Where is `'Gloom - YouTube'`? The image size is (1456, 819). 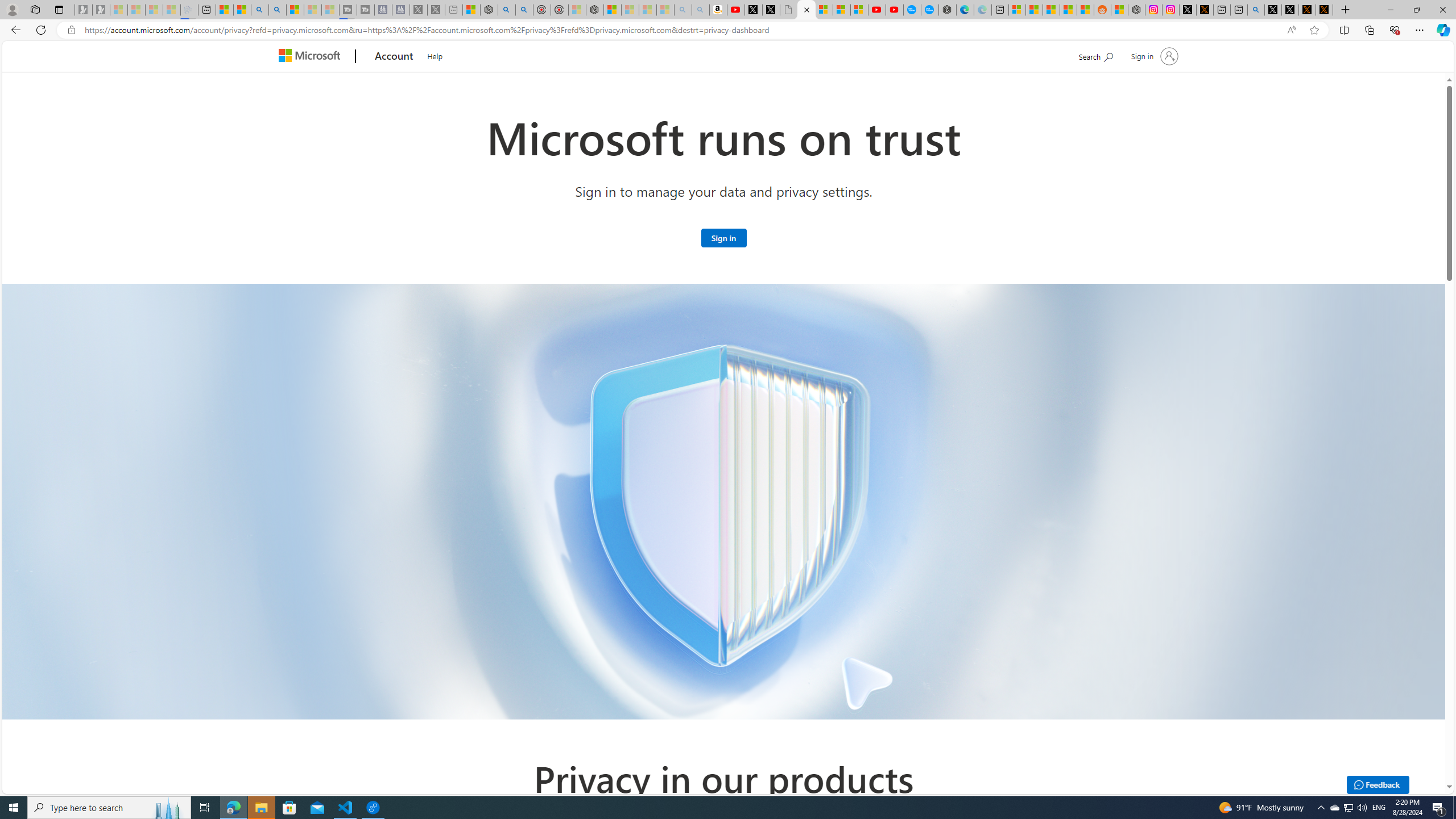 'Gloom - YouTube' is located at coordinates (876, 9).